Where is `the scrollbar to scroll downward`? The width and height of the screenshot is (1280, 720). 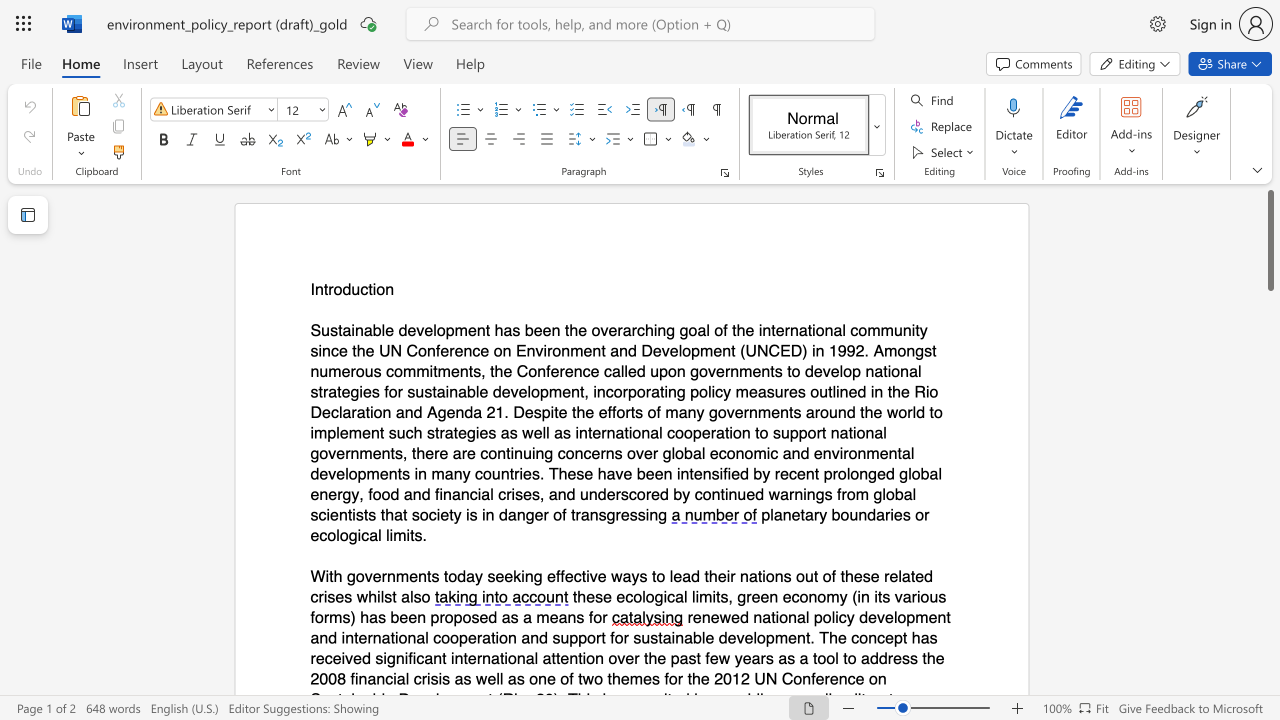
the scrollbar to scroll downward is located at coordinates (1269, 508).